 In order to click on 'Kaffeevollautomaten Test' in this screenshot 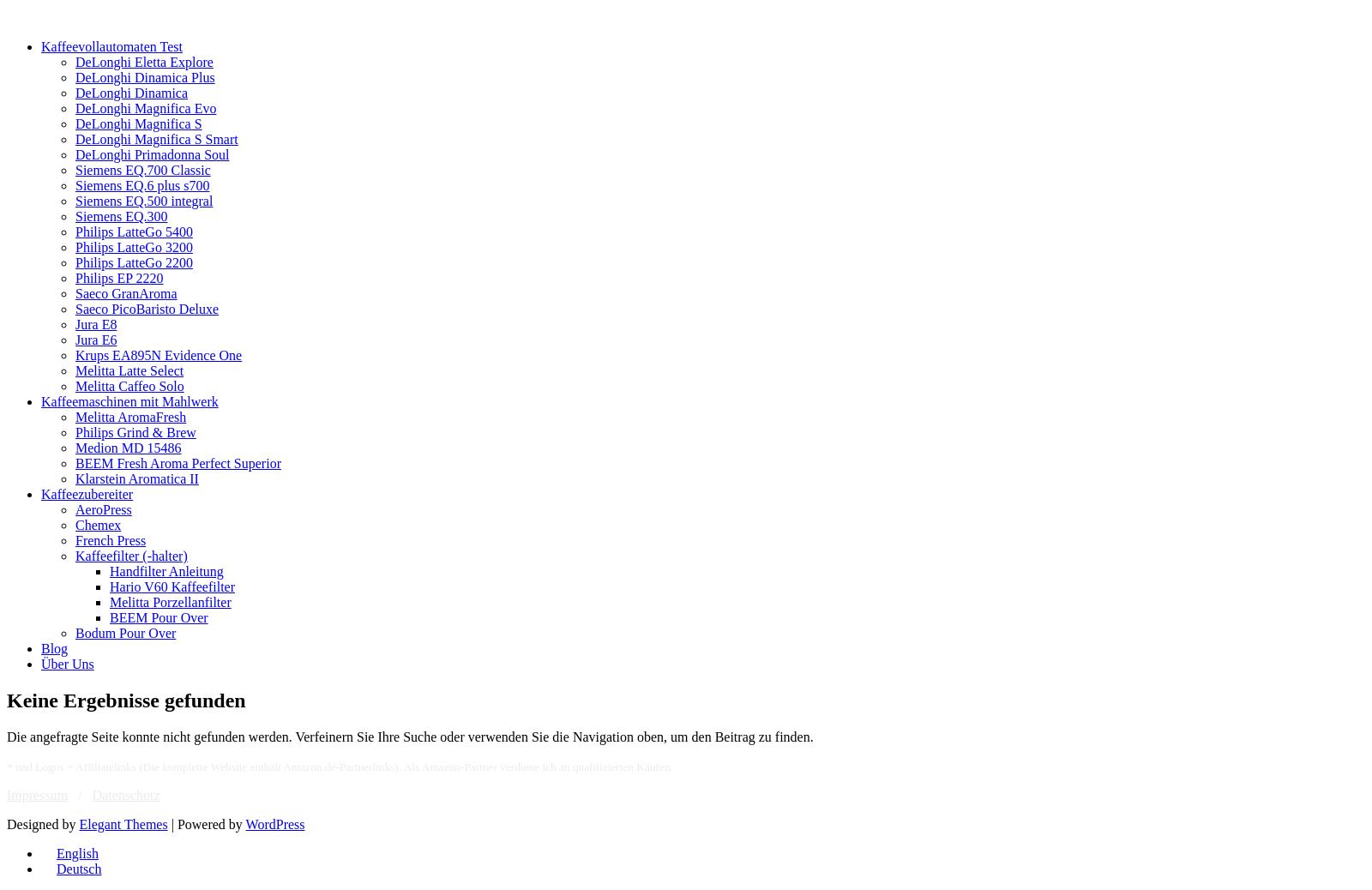, I will do `click(111, 45)`.